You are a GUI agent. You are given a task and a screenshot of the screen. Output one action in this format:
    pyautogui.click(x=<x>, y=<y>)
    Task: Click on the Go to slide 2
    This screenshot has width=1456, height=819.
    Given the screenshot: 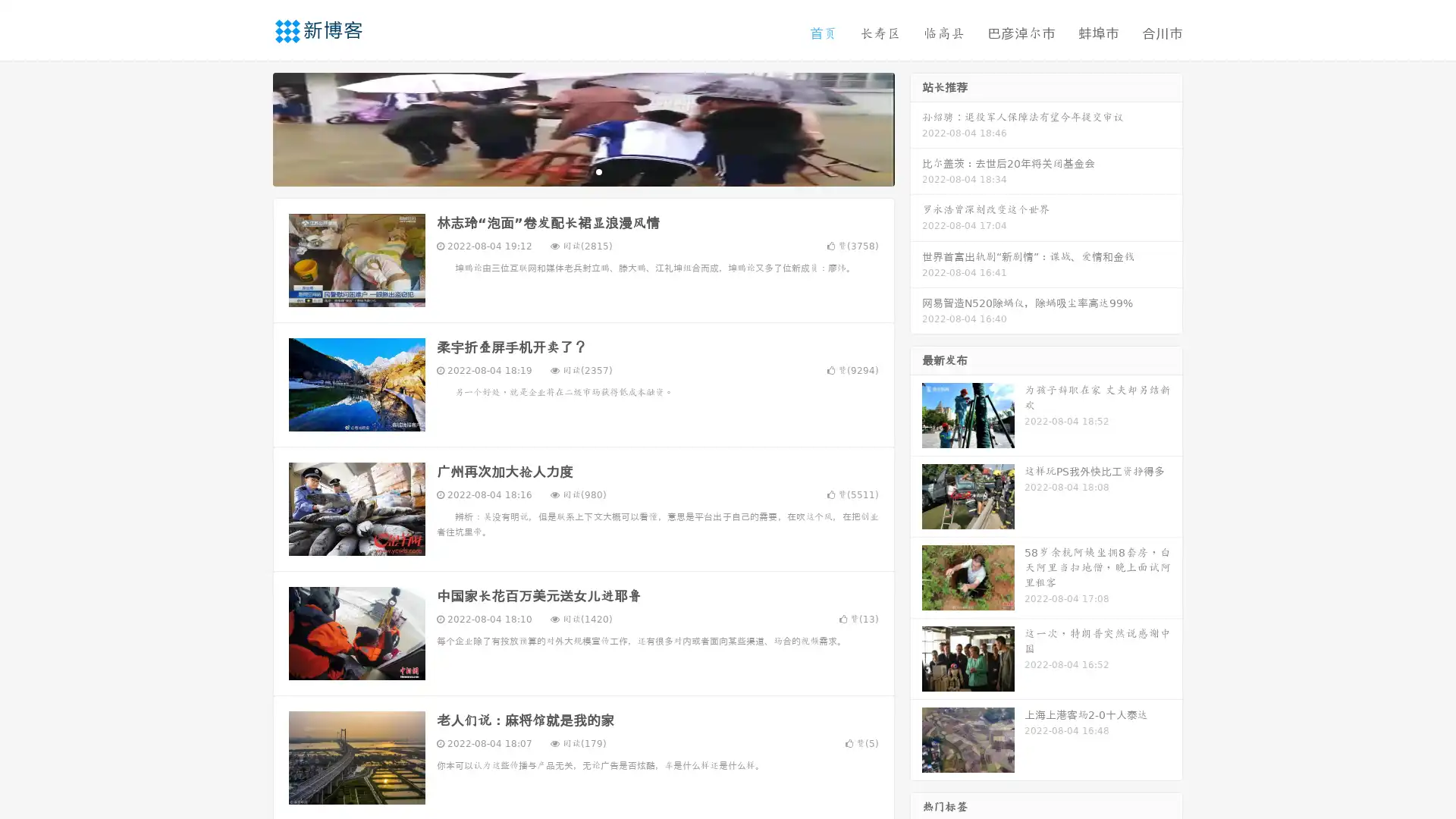 What is the action you would take?
    pyautogui.click(x=582, y=171)
    